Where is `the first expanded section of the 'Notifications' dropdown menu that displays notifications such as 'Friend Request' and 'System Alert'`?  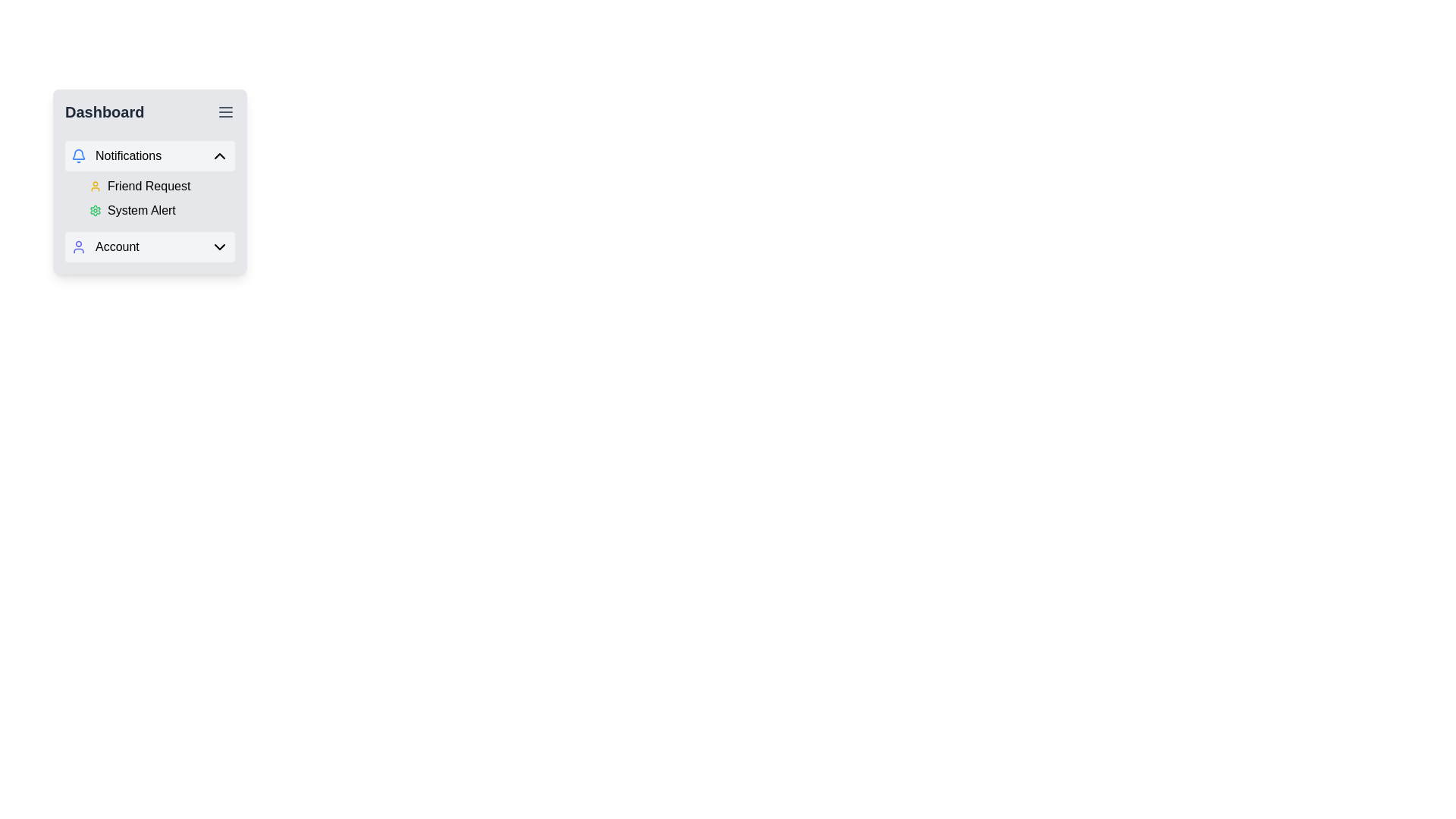 the first expanded section of the 'Notifications' dropdown menu that displays notifications such as 'Friend Request' and 'System Alert' is located at coordinates (149, 180).